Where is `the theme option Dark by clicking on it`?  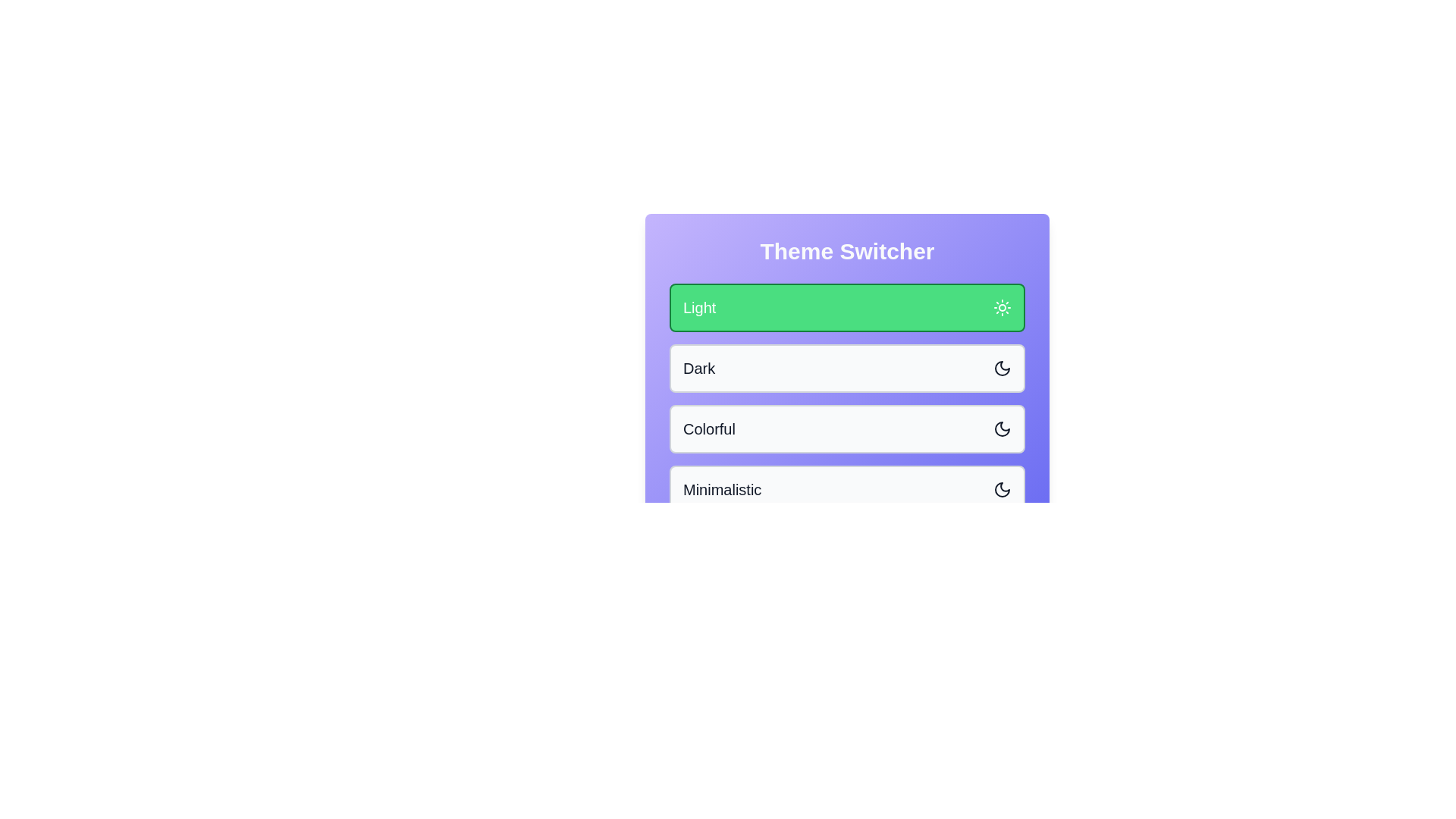 the theme option Dark by clicking on it is located at coordinates (846, 369).